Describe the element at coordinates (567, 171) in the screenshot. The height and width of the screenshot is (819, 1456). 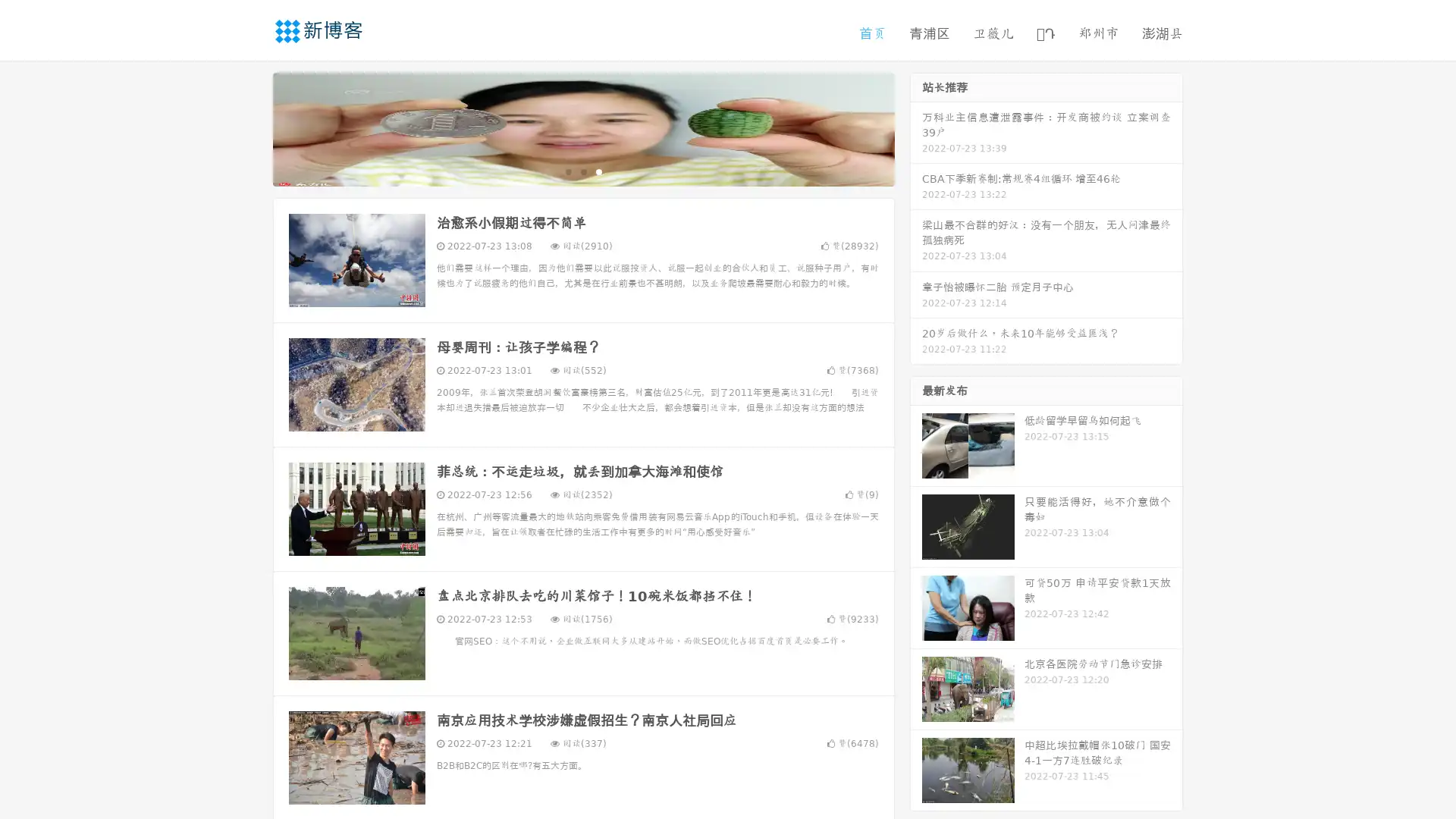
I see `Go to slide 1` at that location.